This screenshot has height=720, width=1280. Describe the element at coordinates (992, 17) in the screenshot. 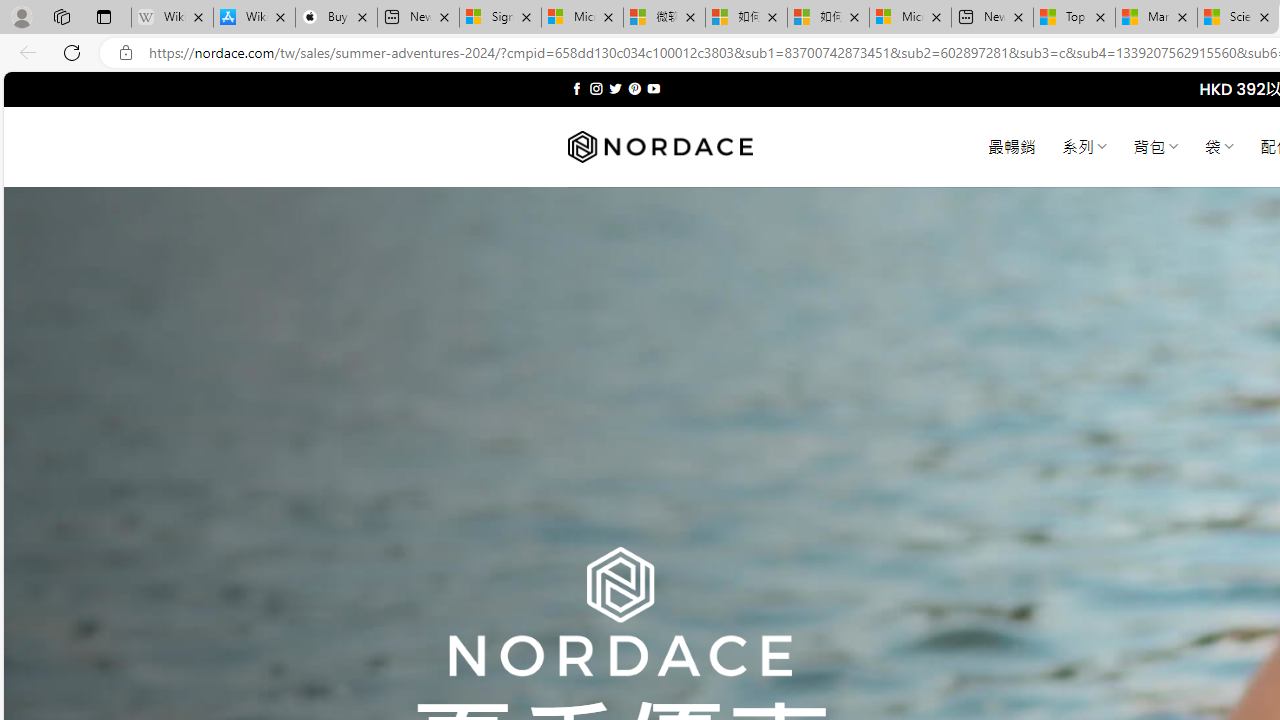

I see `'New tab'` at that location.